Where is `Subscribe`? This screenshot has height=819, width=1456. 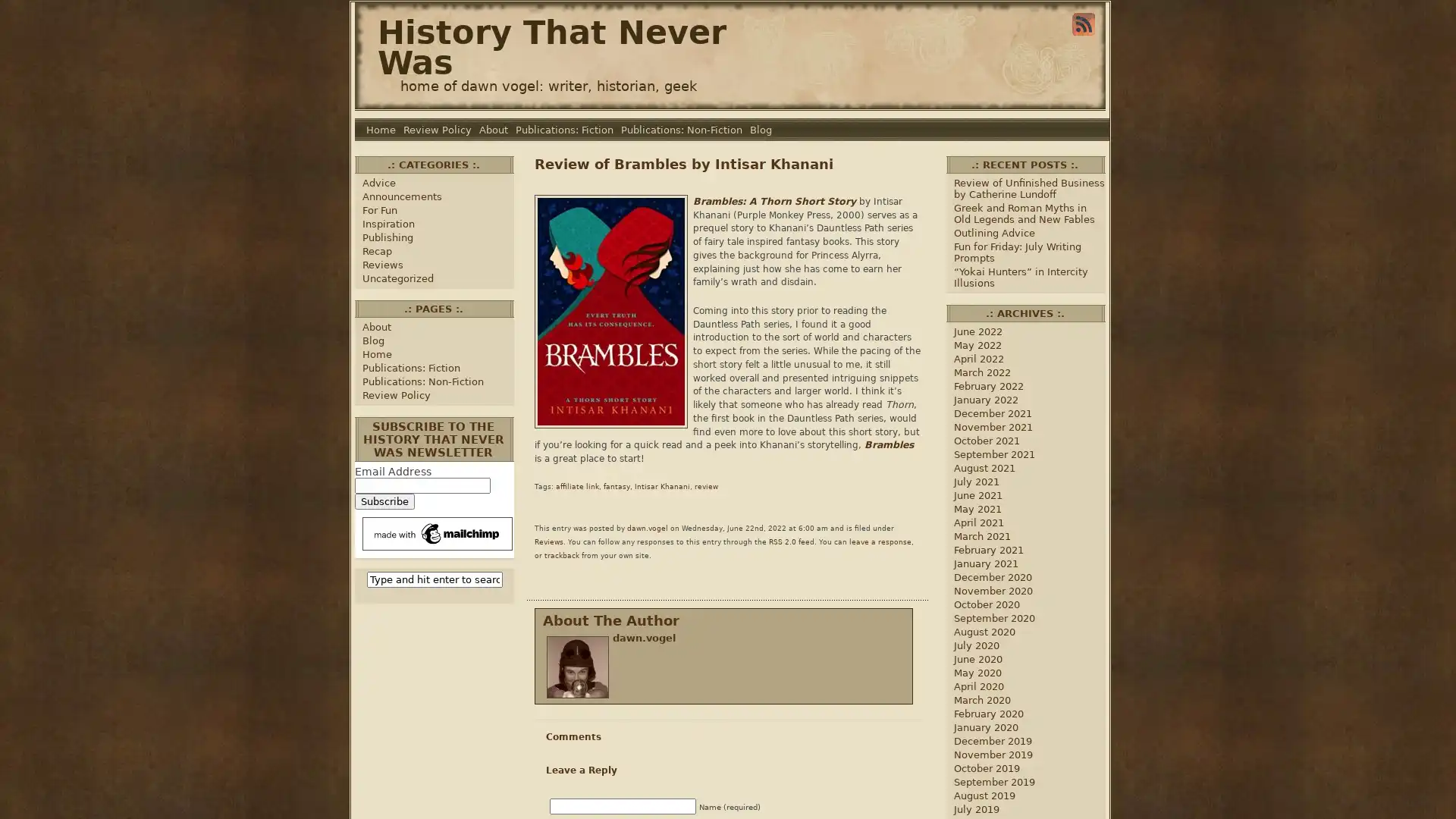 Subscribe is located at coordinates (384, 501).